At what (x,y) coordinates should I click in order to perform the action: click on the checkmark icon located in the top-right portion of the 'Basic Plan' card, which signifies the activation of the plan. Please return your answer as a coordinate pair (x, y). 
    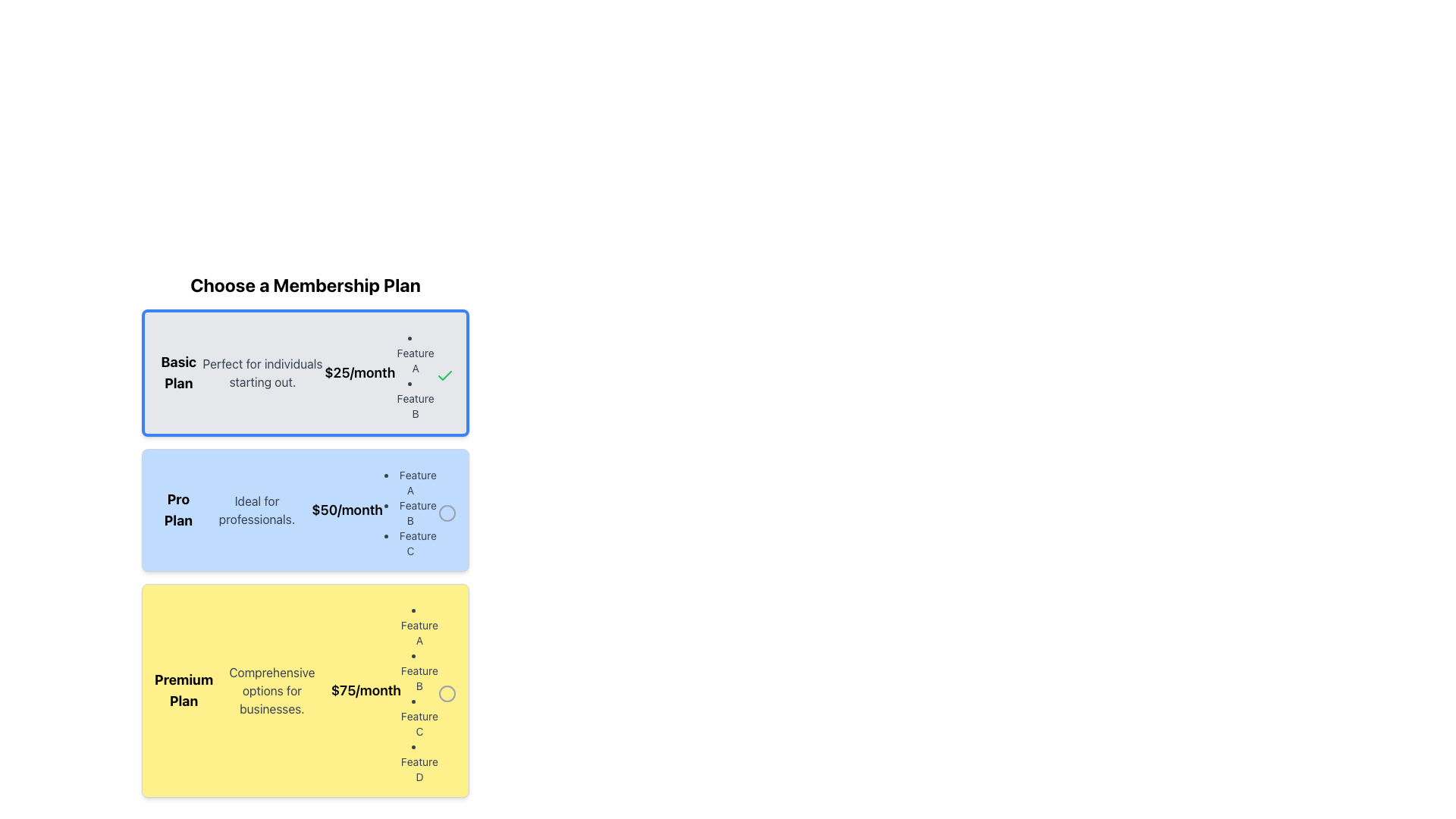
    Looking at the image, I should click on (444, 375).